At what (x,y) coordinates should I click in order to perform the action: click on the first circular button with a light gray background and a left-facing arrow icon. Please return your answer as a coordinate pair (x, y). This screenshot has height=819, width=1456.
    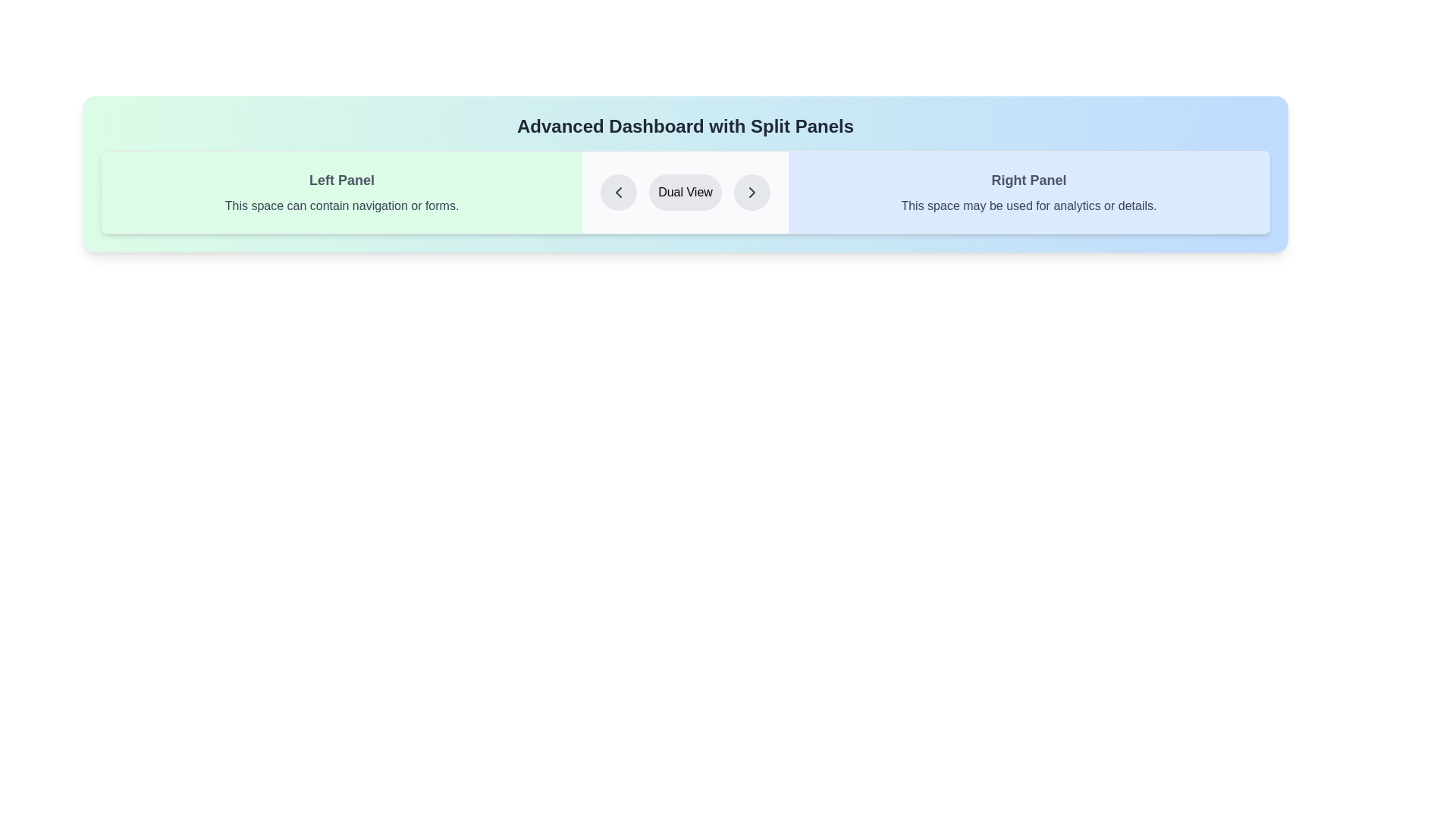
    Looking at the image, I should click on (619, 192).